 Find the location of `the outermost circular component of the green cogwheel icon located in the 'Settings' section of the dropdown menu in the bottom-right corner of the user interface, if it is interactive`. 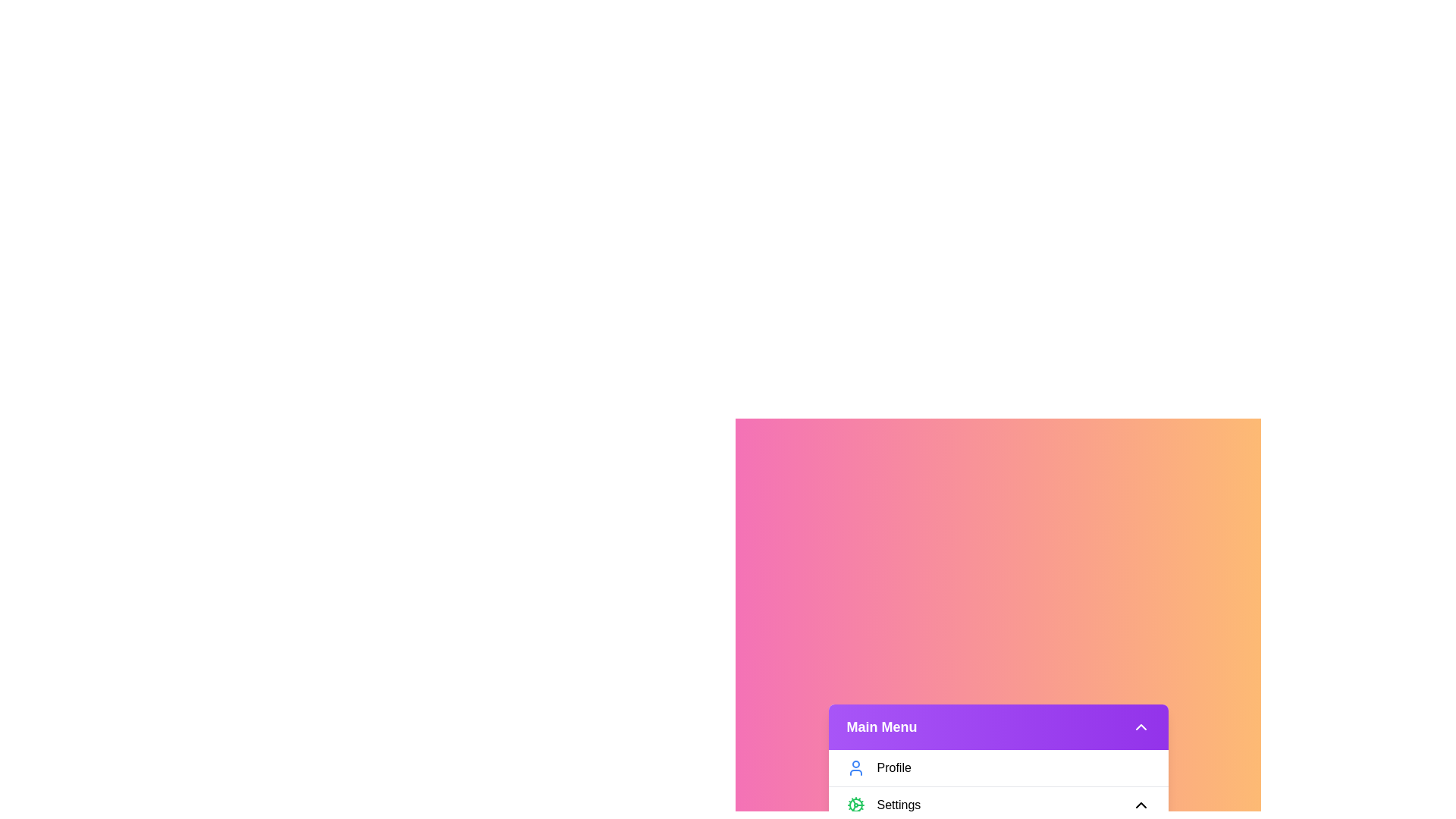

the outermost circular component of the green cogwheel icon located in the 'Settings' section of the dropdown menu in the bottom-right corner of the user interface, if it is interactive is located at coordinates (855, 804).